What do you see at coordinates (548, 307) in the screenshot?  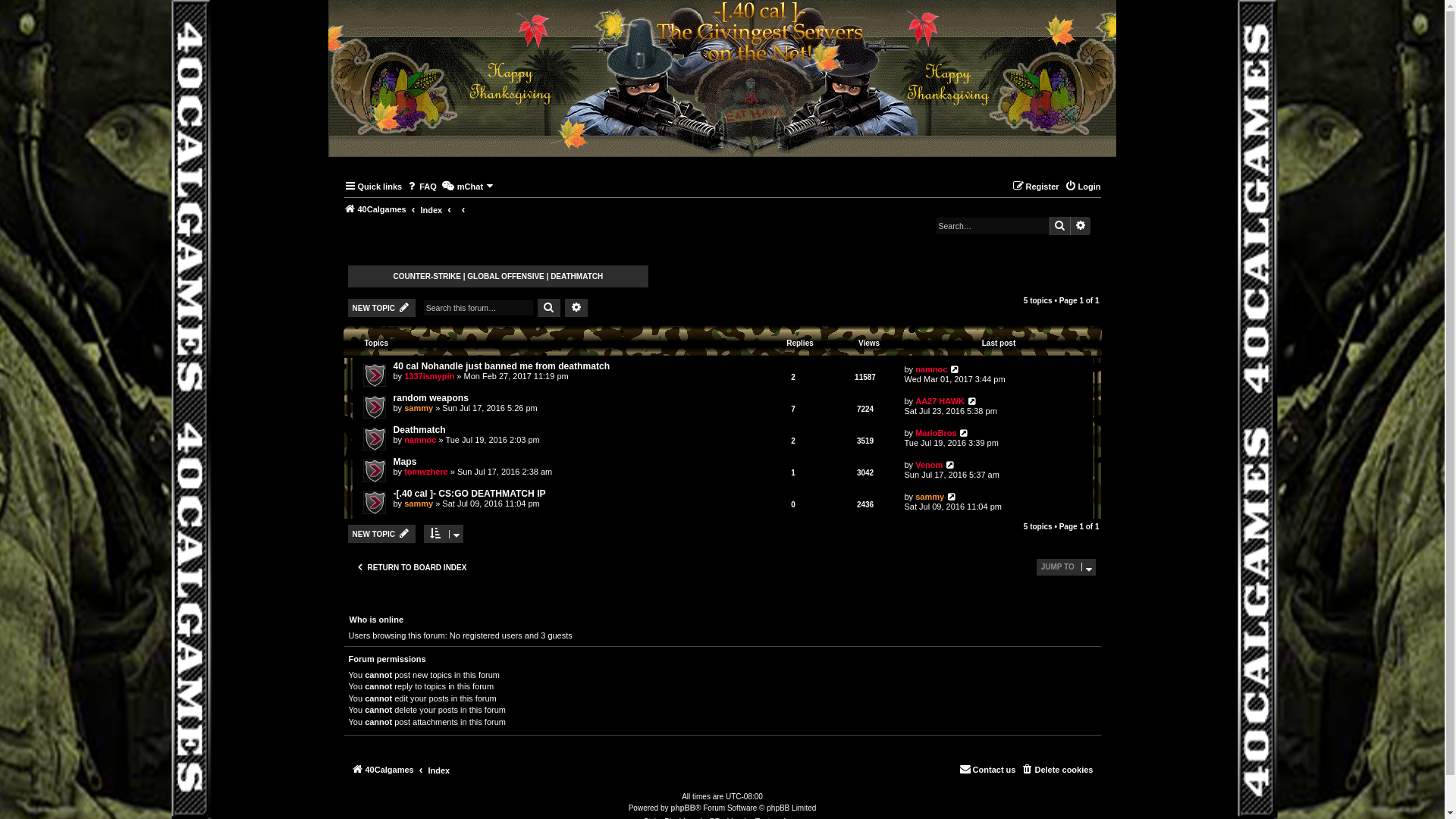 I see `'SEARCH'` at bounding box center [548, 307].